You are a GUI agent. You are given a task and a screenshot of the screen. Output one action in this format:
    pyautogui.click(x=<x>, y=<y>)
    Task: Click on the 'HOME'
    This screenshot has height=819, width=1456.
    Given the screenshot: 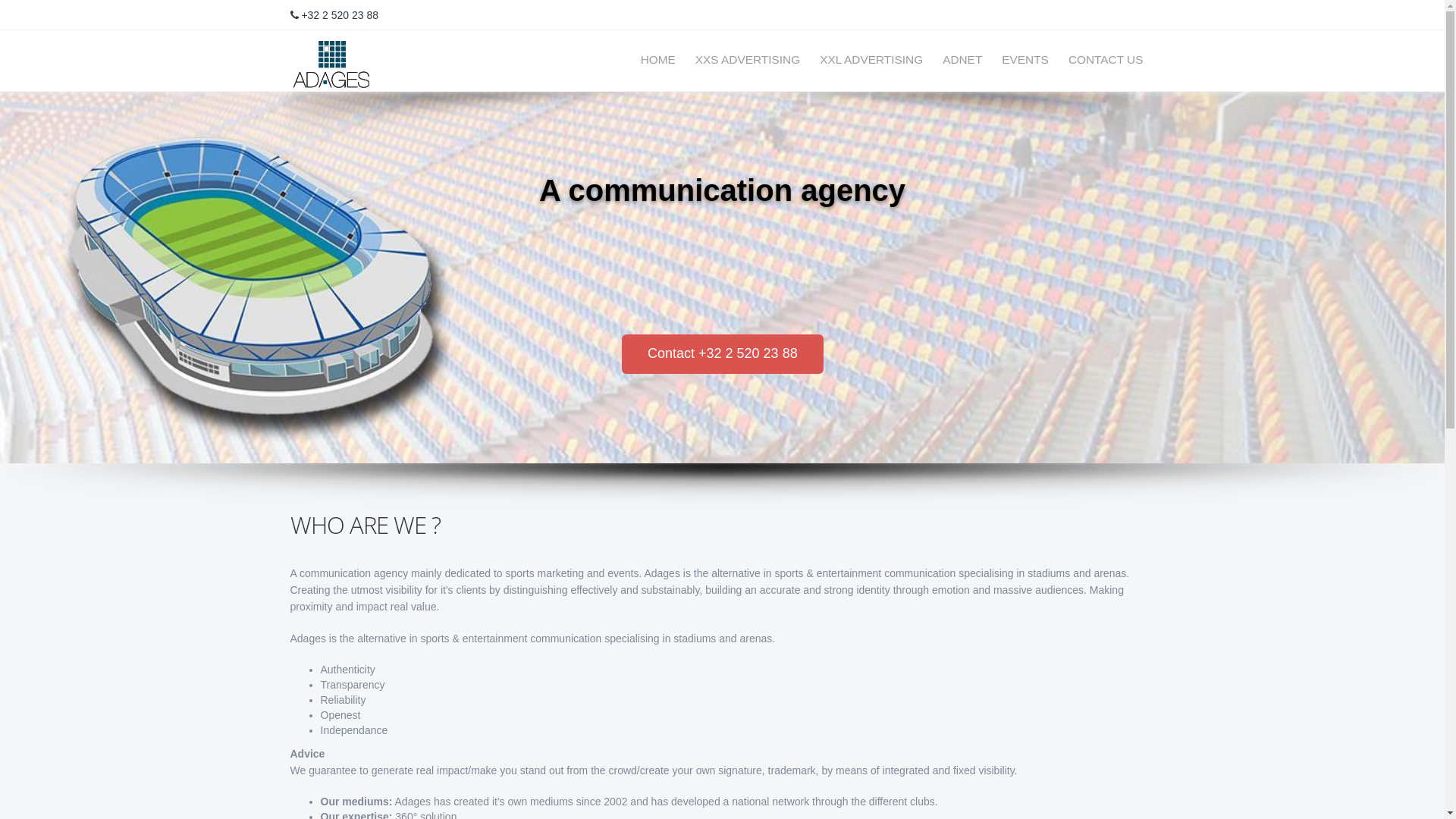 What is the action you would take?
    pyautogui.click(x=658, y=58)
    